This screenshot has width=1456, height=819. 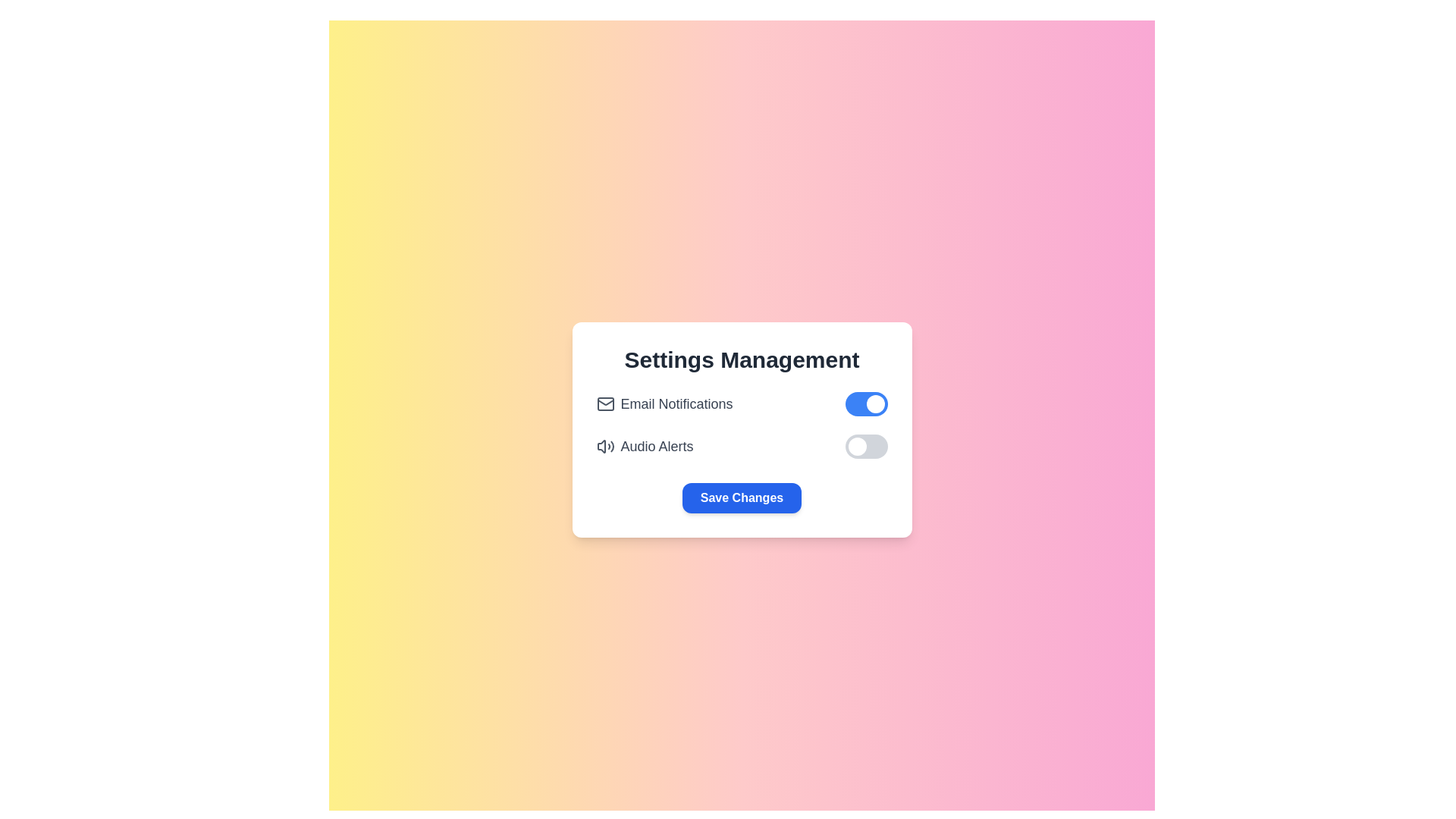 I want to click on the toggle switch knob for 'Email Notifications' in the 'Settings Management' panel, so click(x=875, y=403).